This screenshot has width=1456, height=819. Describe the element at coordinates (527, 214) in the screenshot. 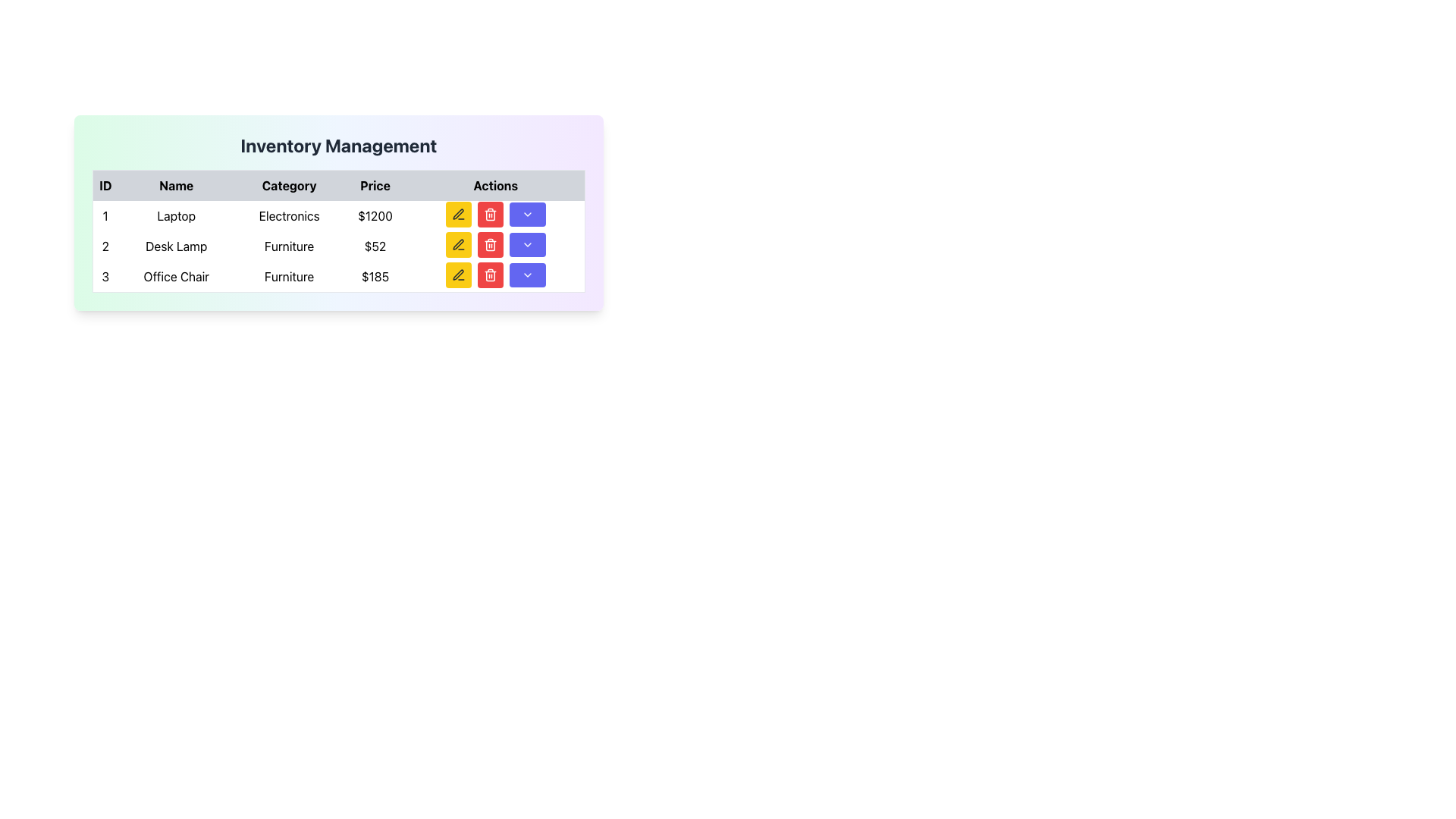

I see `the Dropdown Trigger Icon located in the first row of the data table's 'Actions' column` at that location.